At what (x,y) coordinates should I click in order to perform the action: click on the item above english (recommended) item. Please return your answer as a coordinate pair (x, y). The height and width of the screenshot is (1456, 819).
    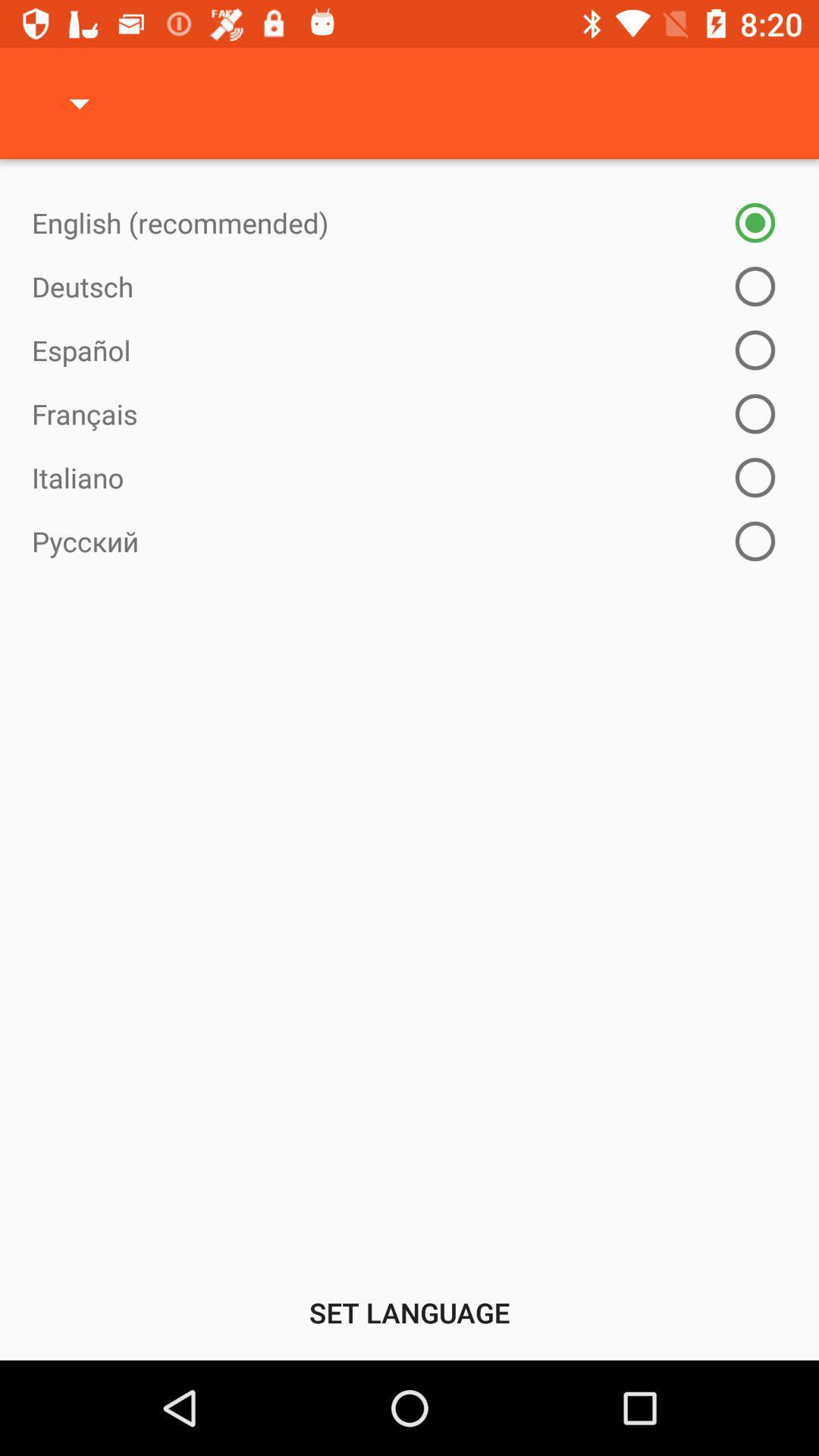
    Looking at the image, I should click on (79, 102).